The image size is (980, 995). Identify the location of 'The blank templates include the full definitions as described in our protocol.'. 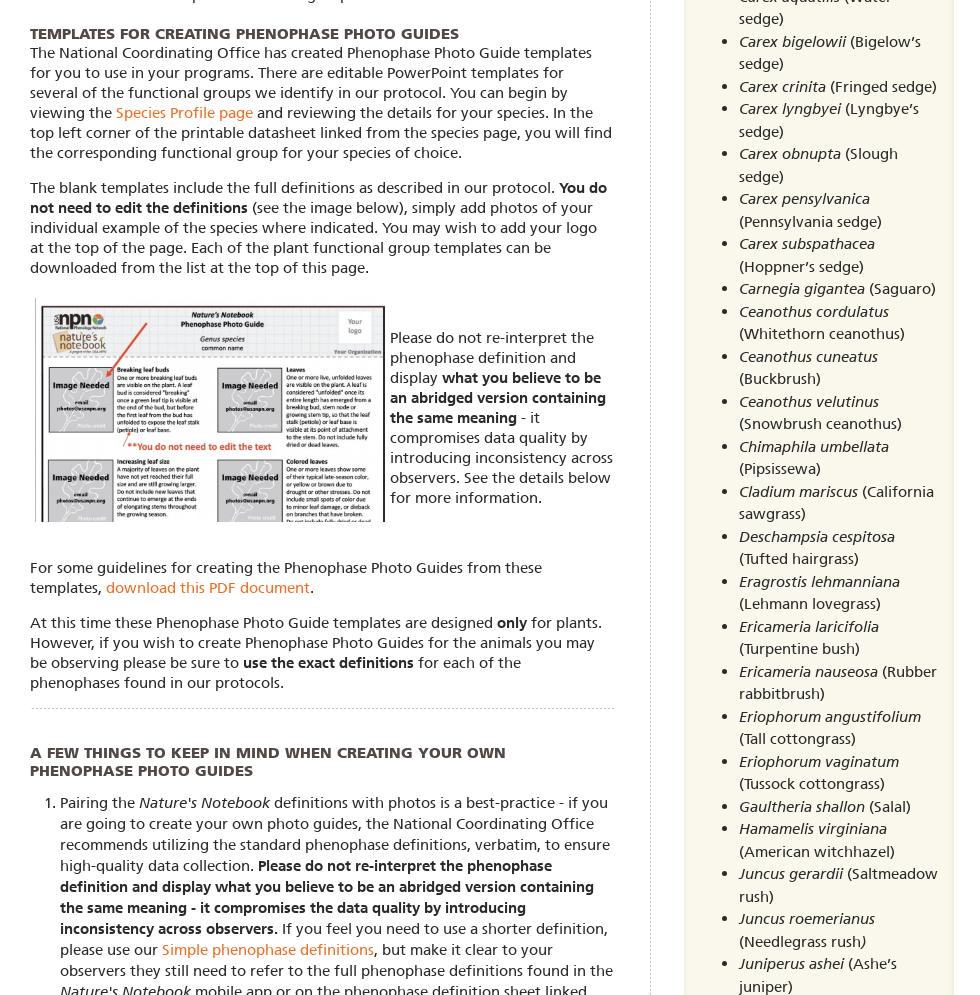
(294, 186).